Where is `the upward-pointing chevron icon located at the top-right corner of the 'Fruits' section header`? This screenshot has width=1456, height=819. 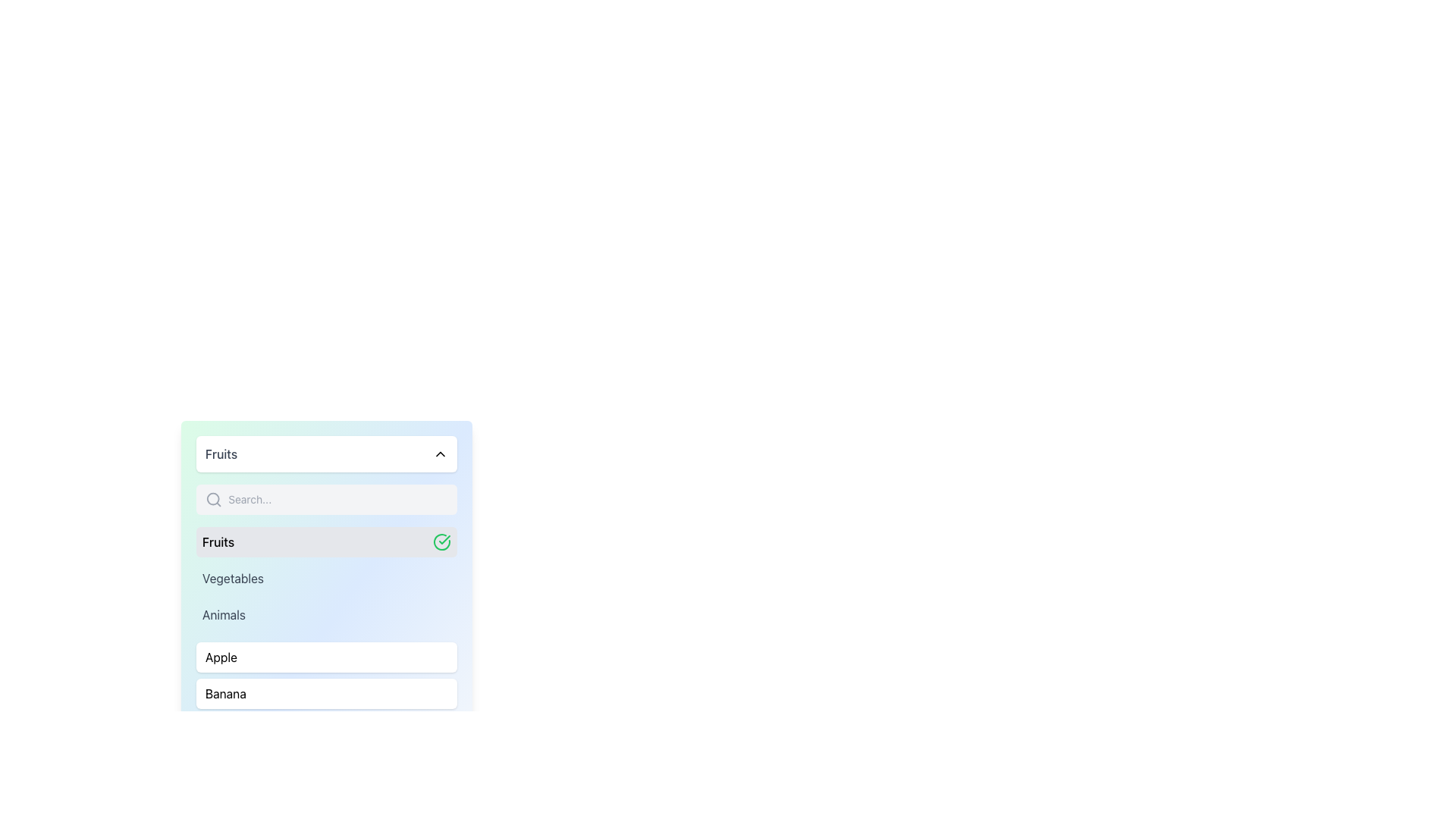 the upward-pointing chevron icon located at the top-right corner of the 'Fruits' section header is located at coordinates (439, 453).